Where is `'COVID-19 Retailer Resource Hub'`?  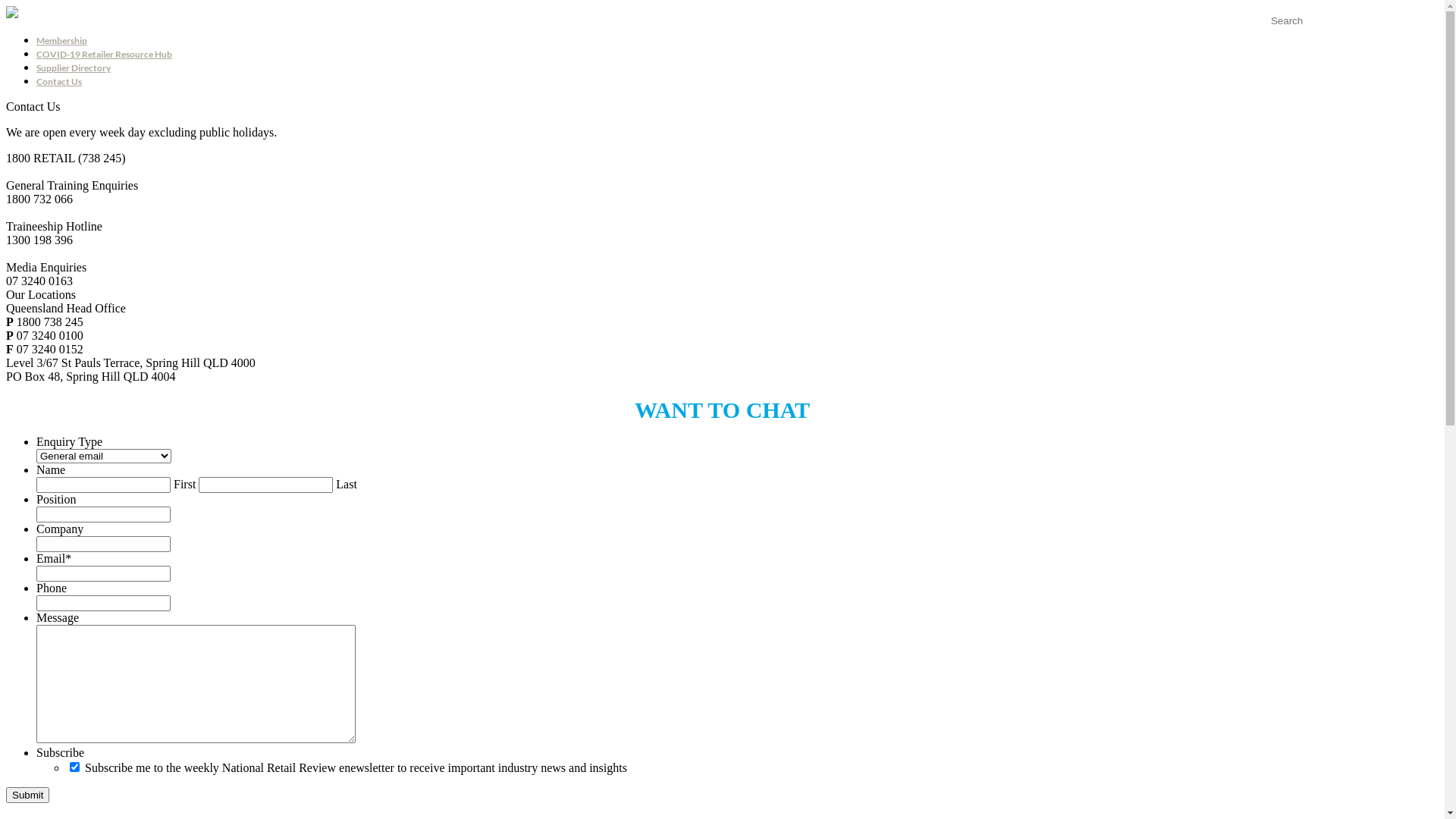
'COVID-19 Retailer Resource Hub' is located at coordinates (103, 53).